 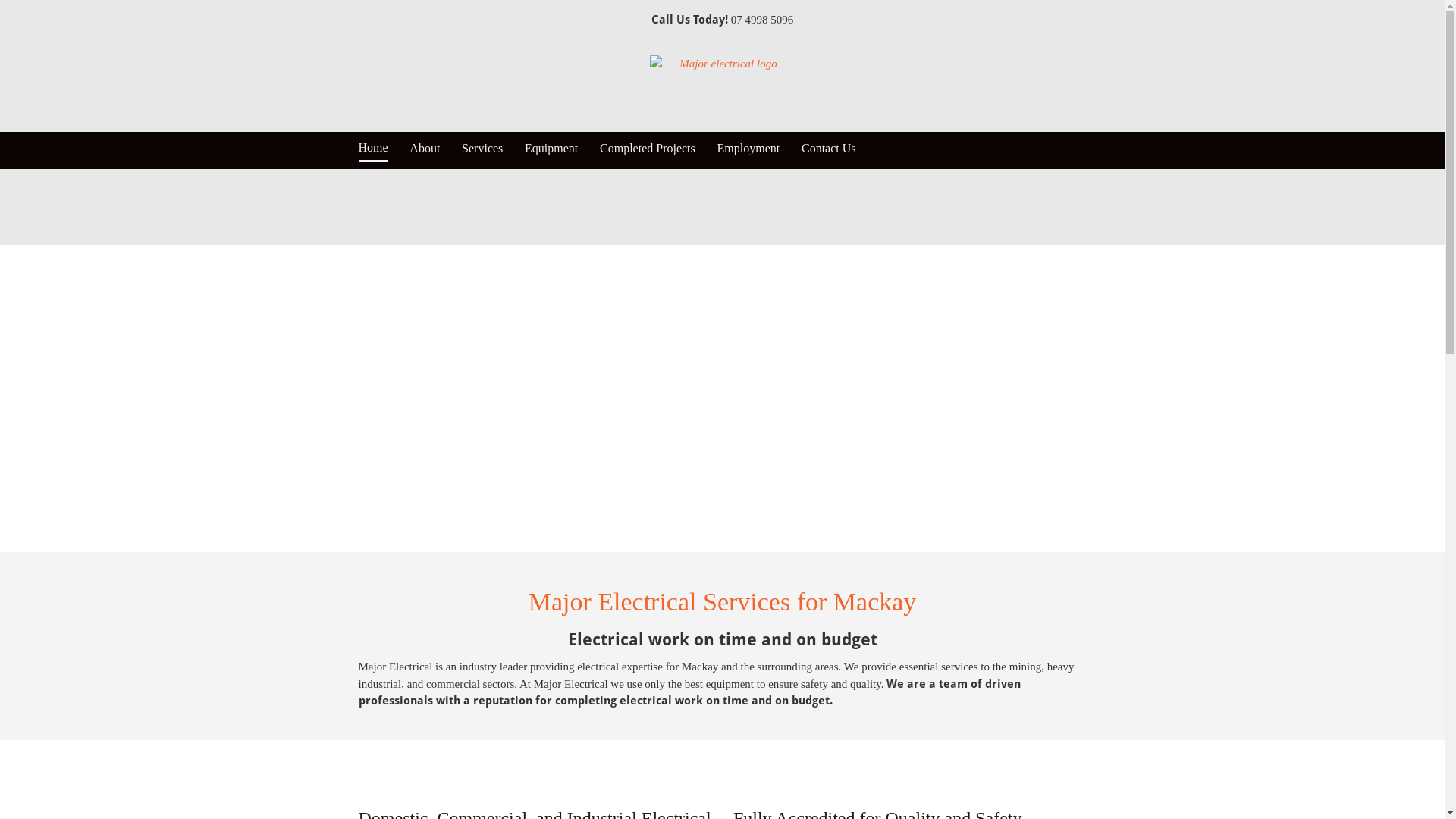 What do you see at coordinates (550, 149) in the screenshot?
I see `'Equipment'` at bounding box center [550, 149].